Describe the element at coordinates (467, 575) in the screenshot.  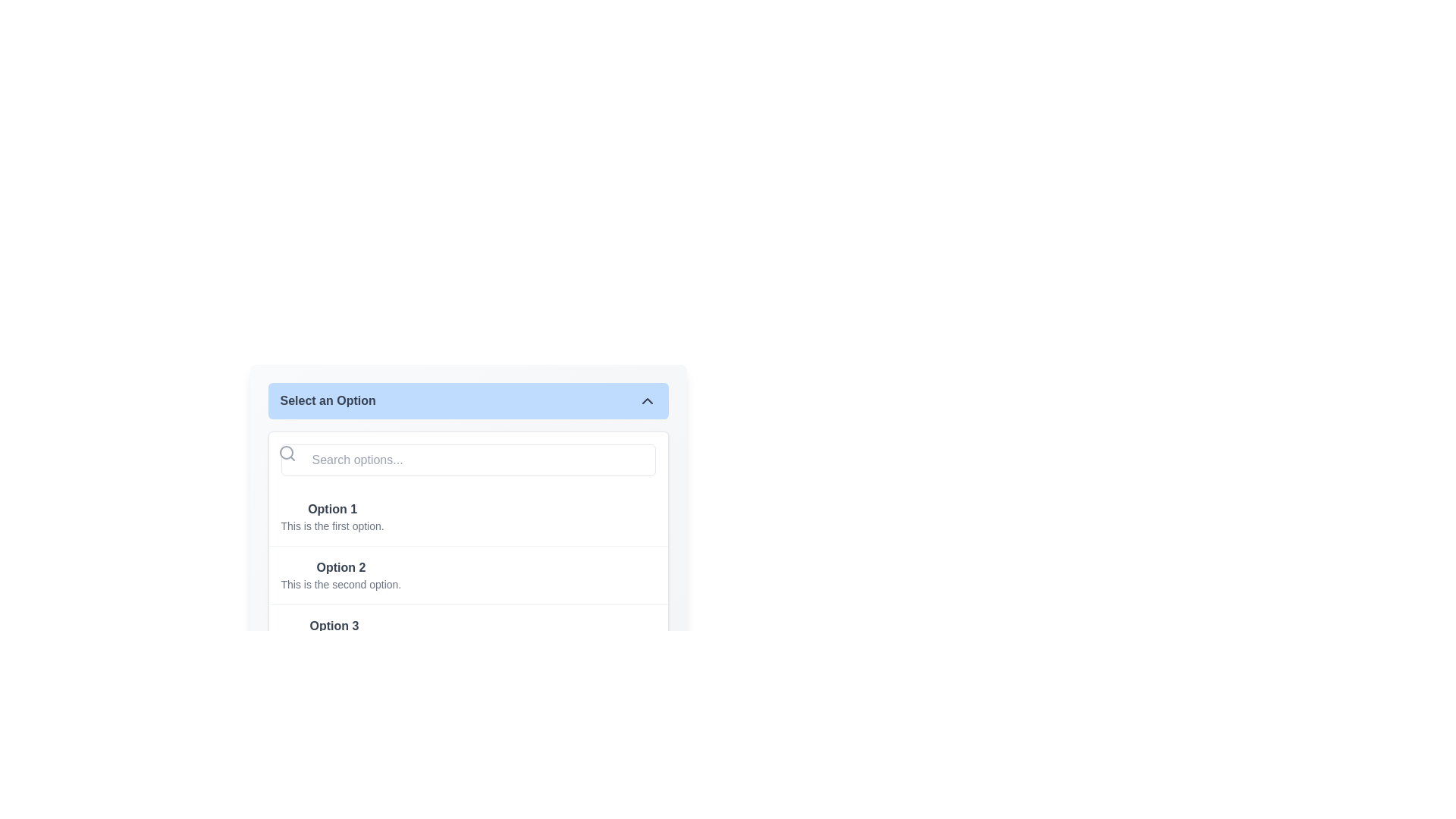
I see `the second list item in the dropdown, labeled 'Option 2'` at that location.